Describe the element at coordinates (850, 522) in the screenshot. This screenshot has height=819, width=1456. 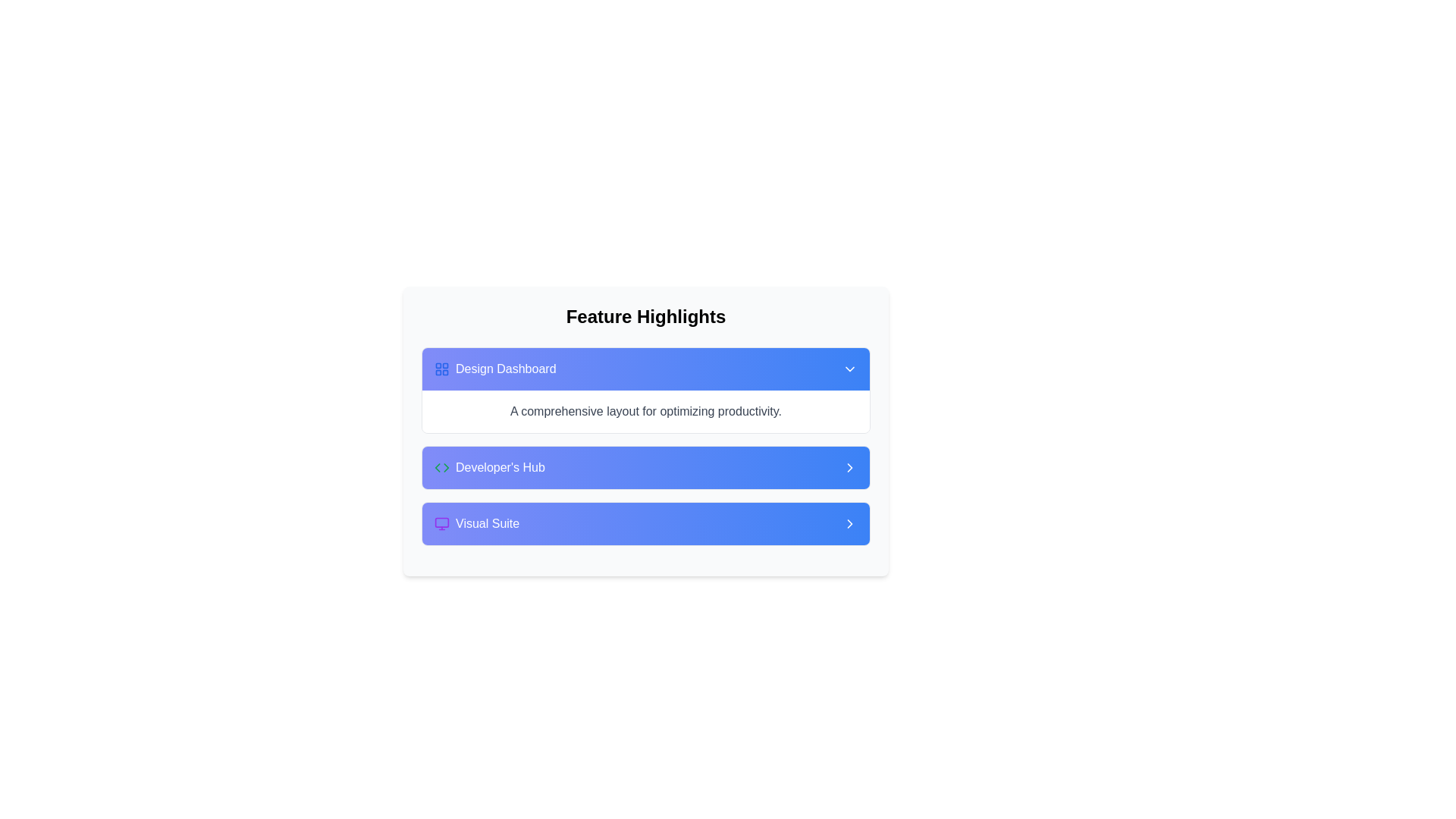
I see `the chevron icon located on the rightmost side of the 'Visual Suite' button` at that location.